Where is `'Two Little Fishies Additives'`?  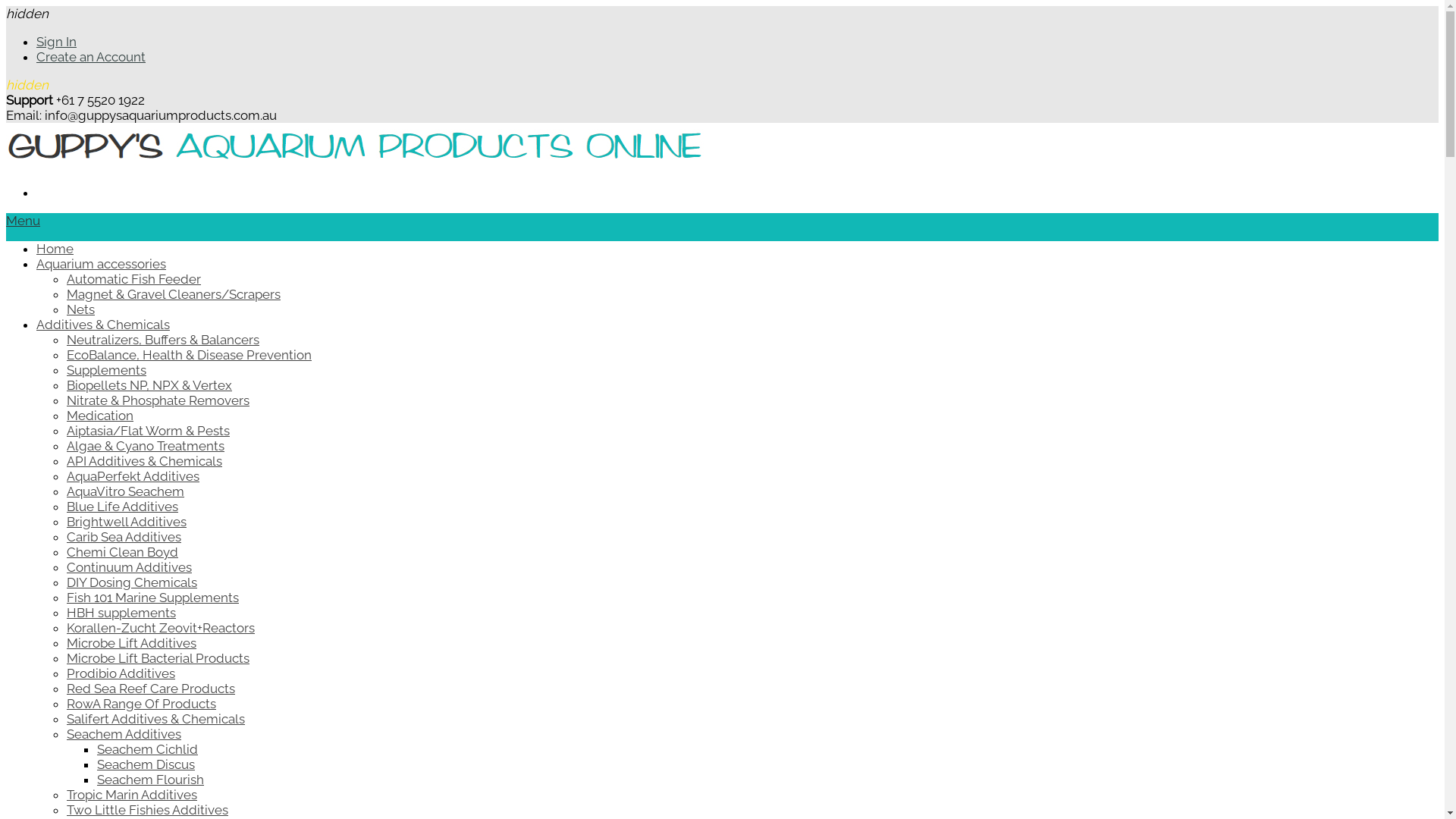
'Two Little Fishies Additives' is located at coordinates (65, 809).